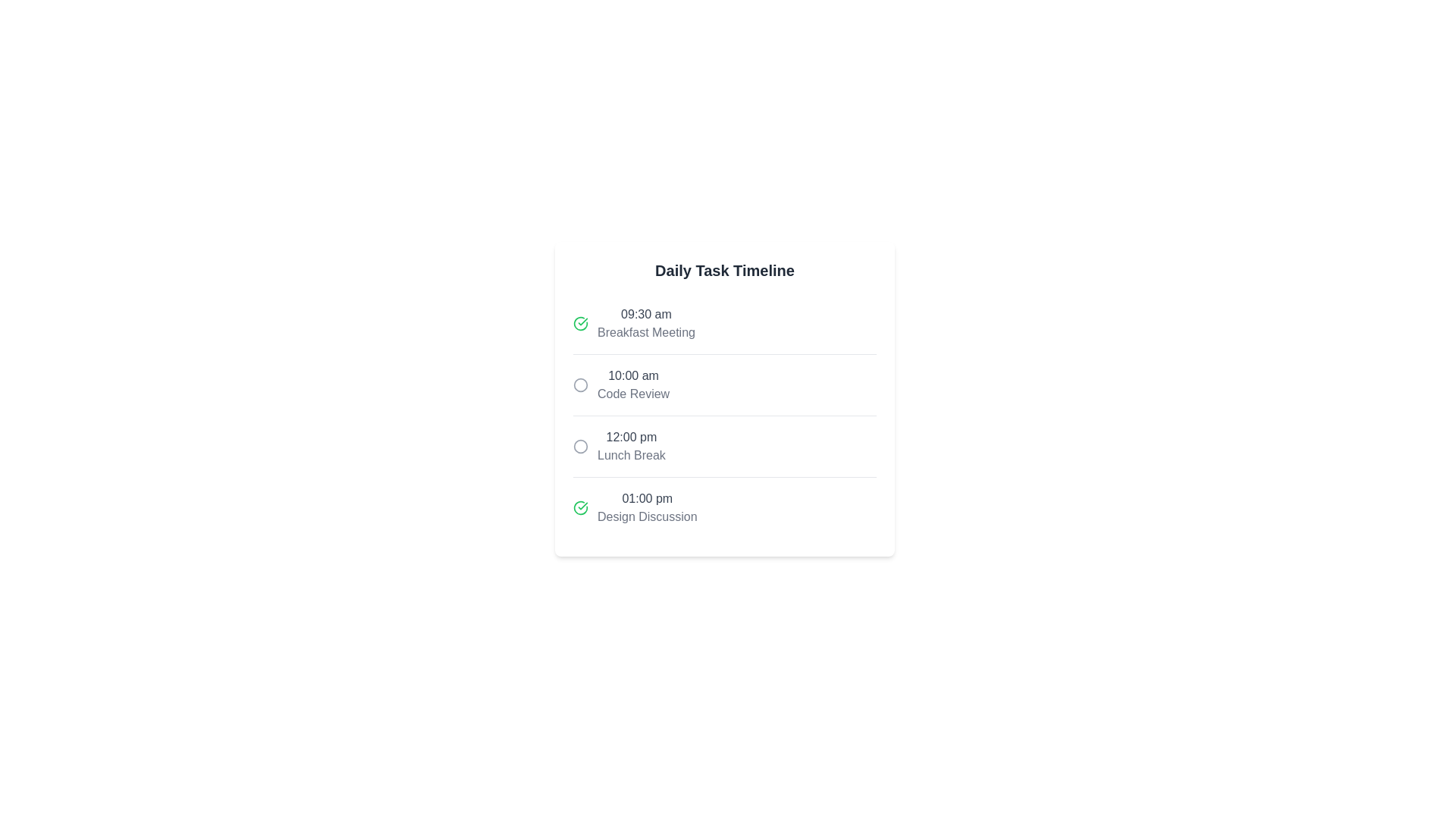 The image size is (1456, 819). Describe the element at coordinates (631, 446) in the screenshot. I see `the Text Label displaying '12:00 pm' and 'Lunch Break', which is the third entry in the timeline list, positioned between '10:00 am Code Review' and '01:00 pm Design Discussion'` at that location.